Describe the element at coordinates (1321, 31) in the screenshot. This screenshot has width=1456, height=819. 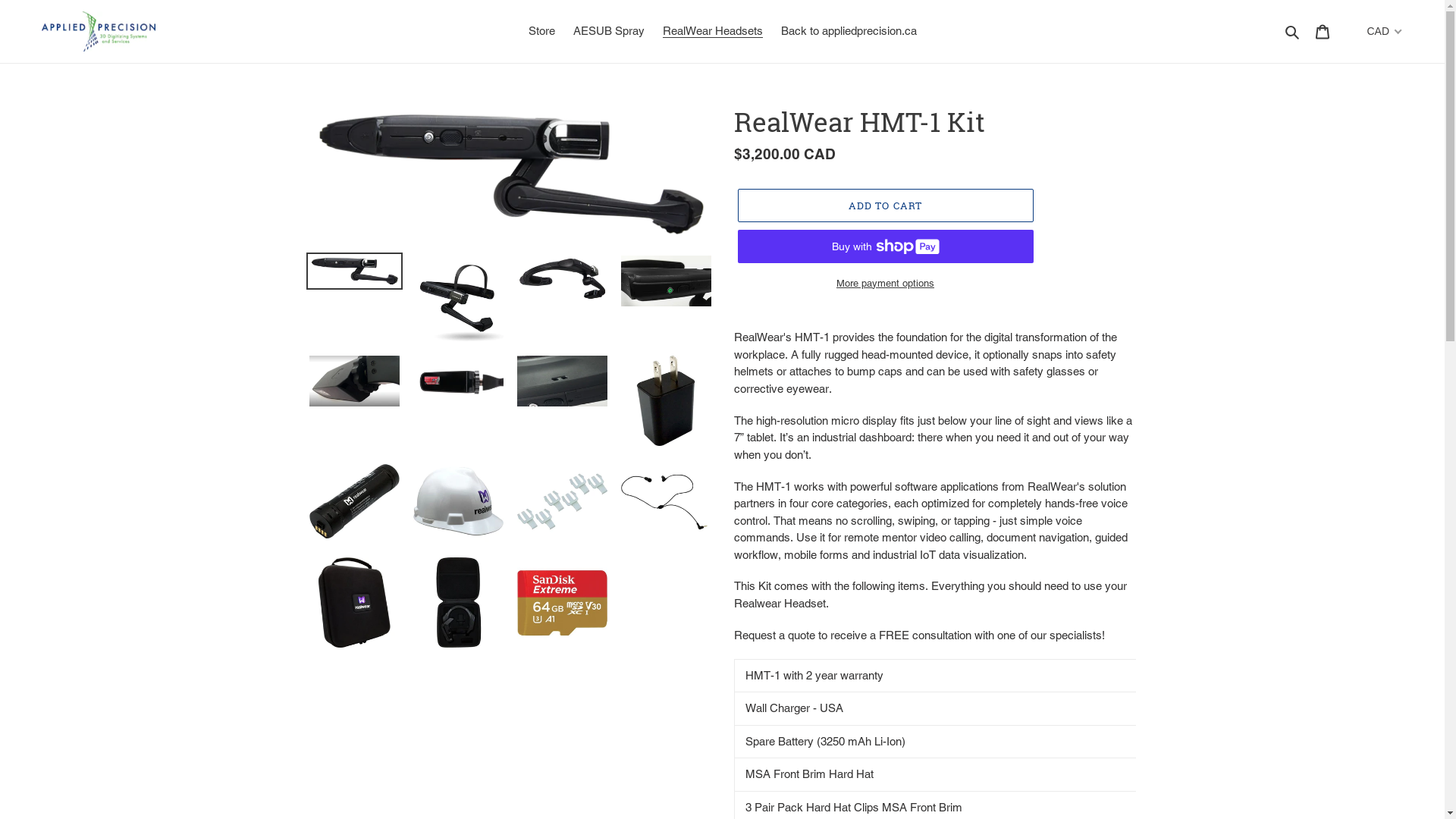
I see `'Cart'` at that location.